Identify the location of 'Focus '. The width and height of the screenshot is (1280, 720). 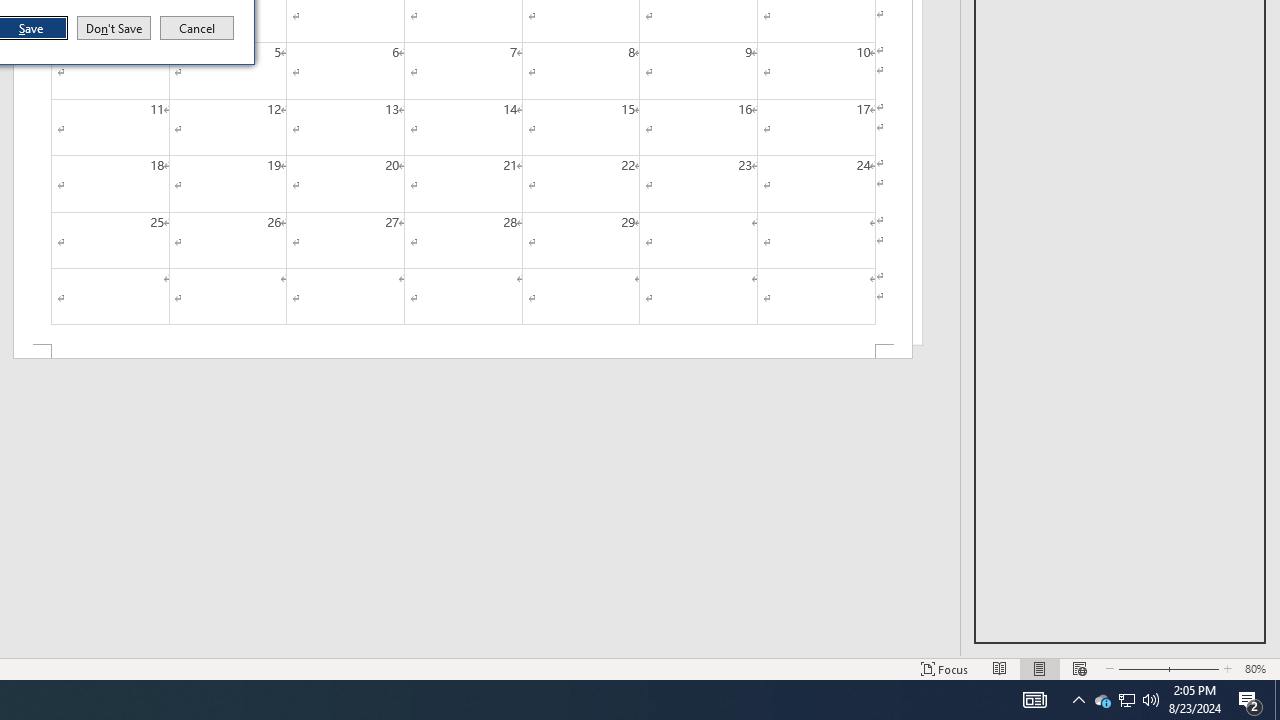
(943, 669).